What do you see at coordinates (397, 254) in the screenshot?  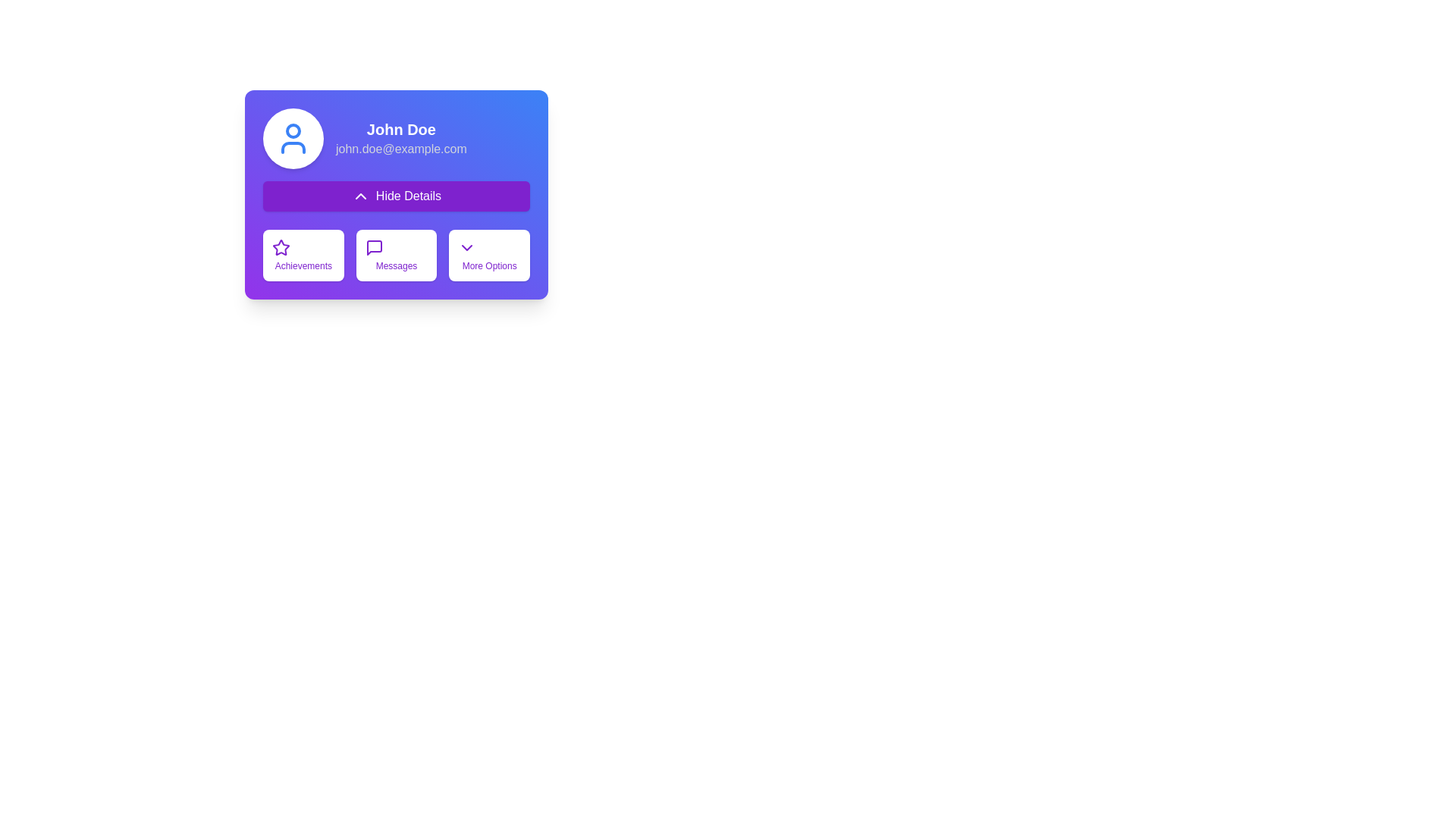 I see `the second button in the row of three buttons located below the 'Hide Details' button, for keyboard accessibility interactions` at bounding box center [397, 254].